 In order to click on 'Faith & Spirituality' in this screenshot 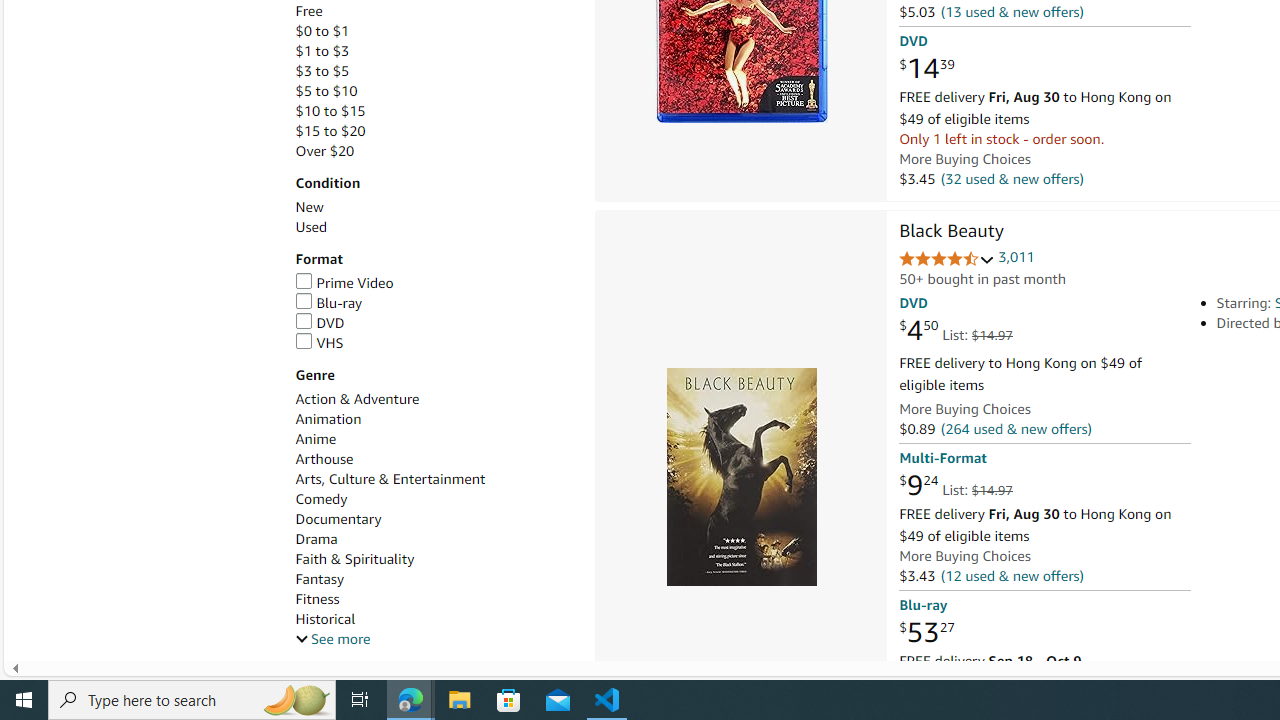, I will do `click(354, 559)`.